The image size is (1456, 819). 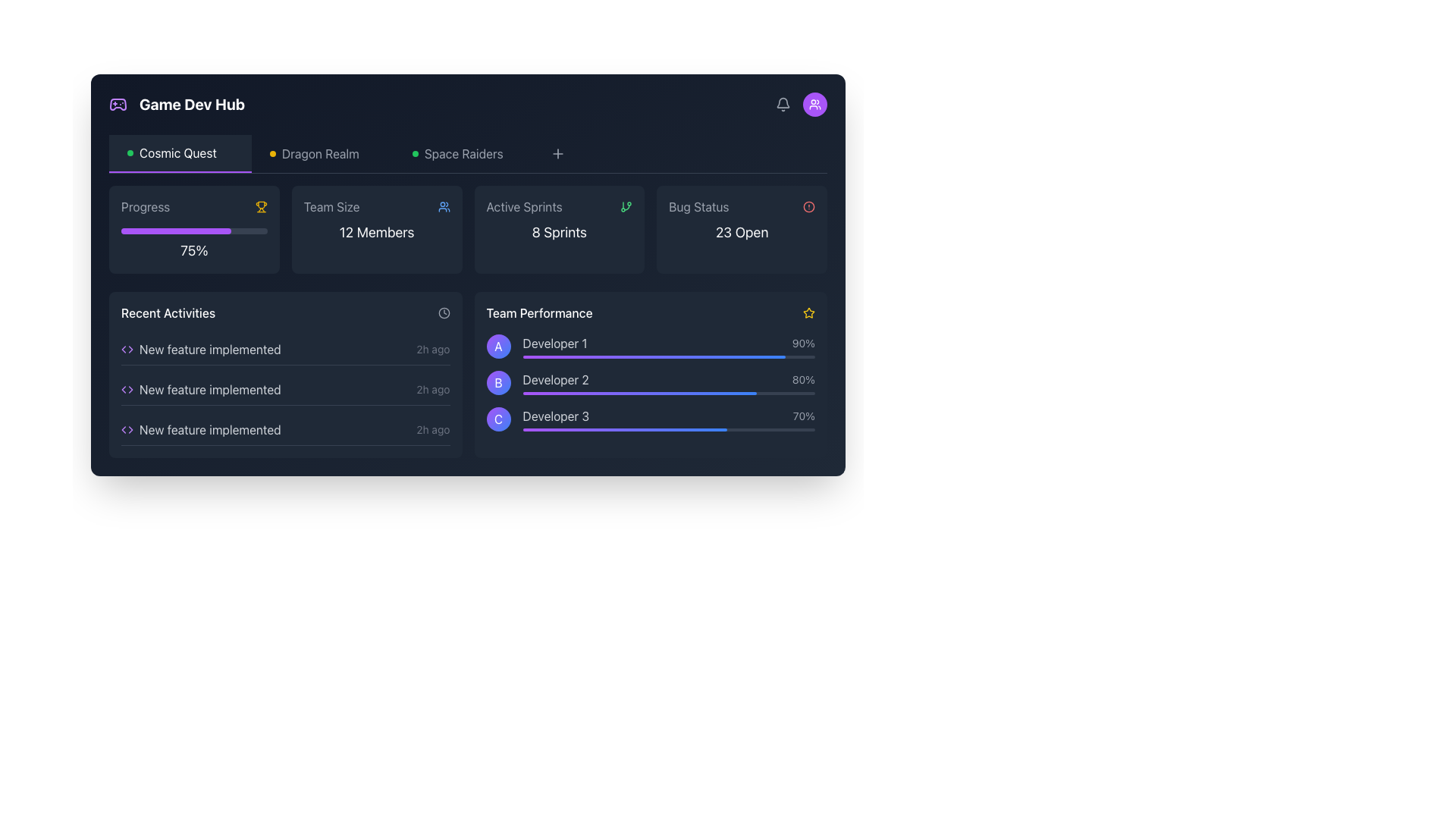 I want to click on the text label displaying the number of open bugs (23) in the 'Bug Status' section at the top-right corner of the main content area, so click(x=742, y=232).